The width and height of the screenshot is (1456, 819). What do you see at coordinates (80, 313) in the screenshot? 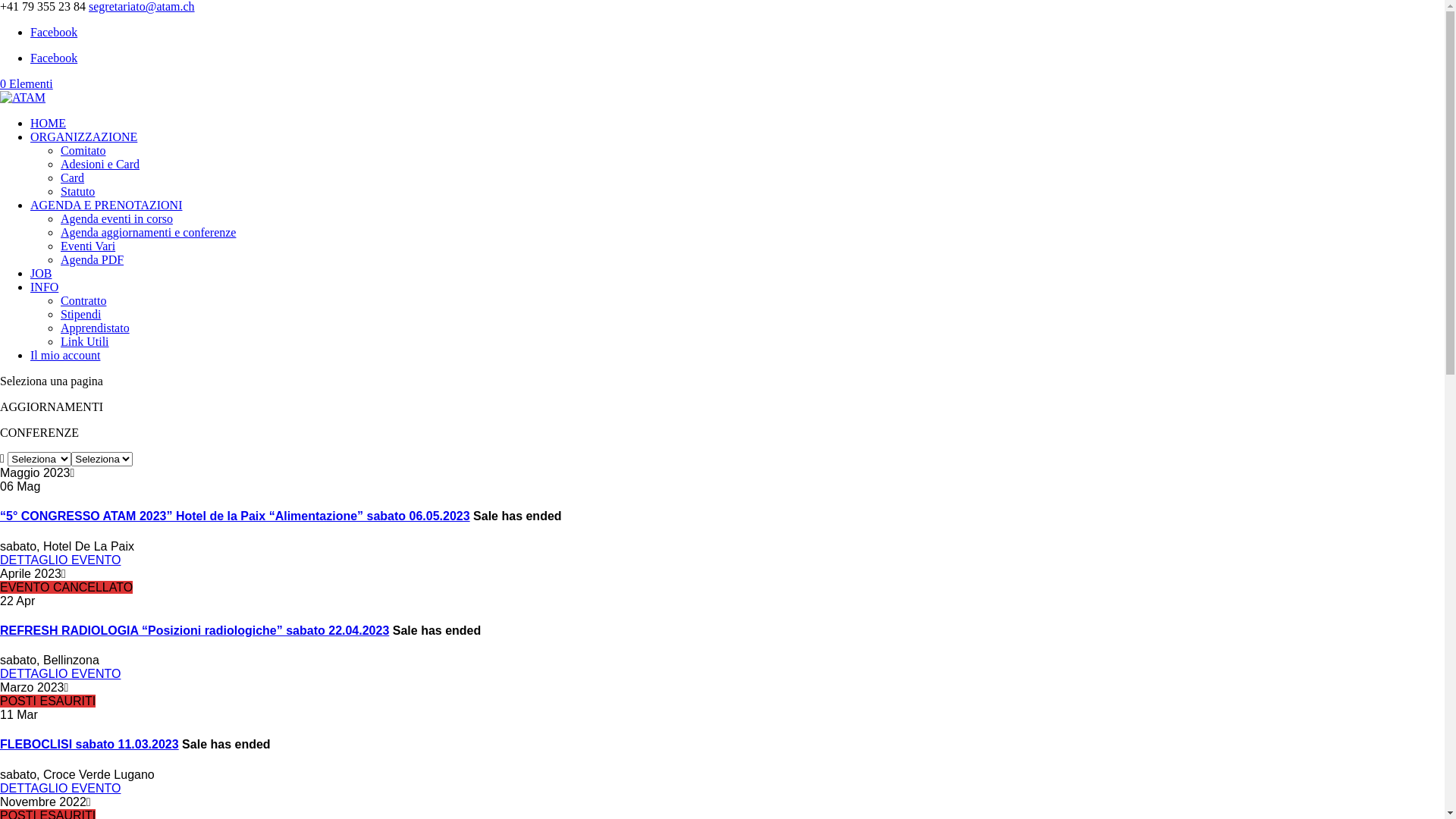
I see `'Stipendi'` at bounding box center [80, 313].